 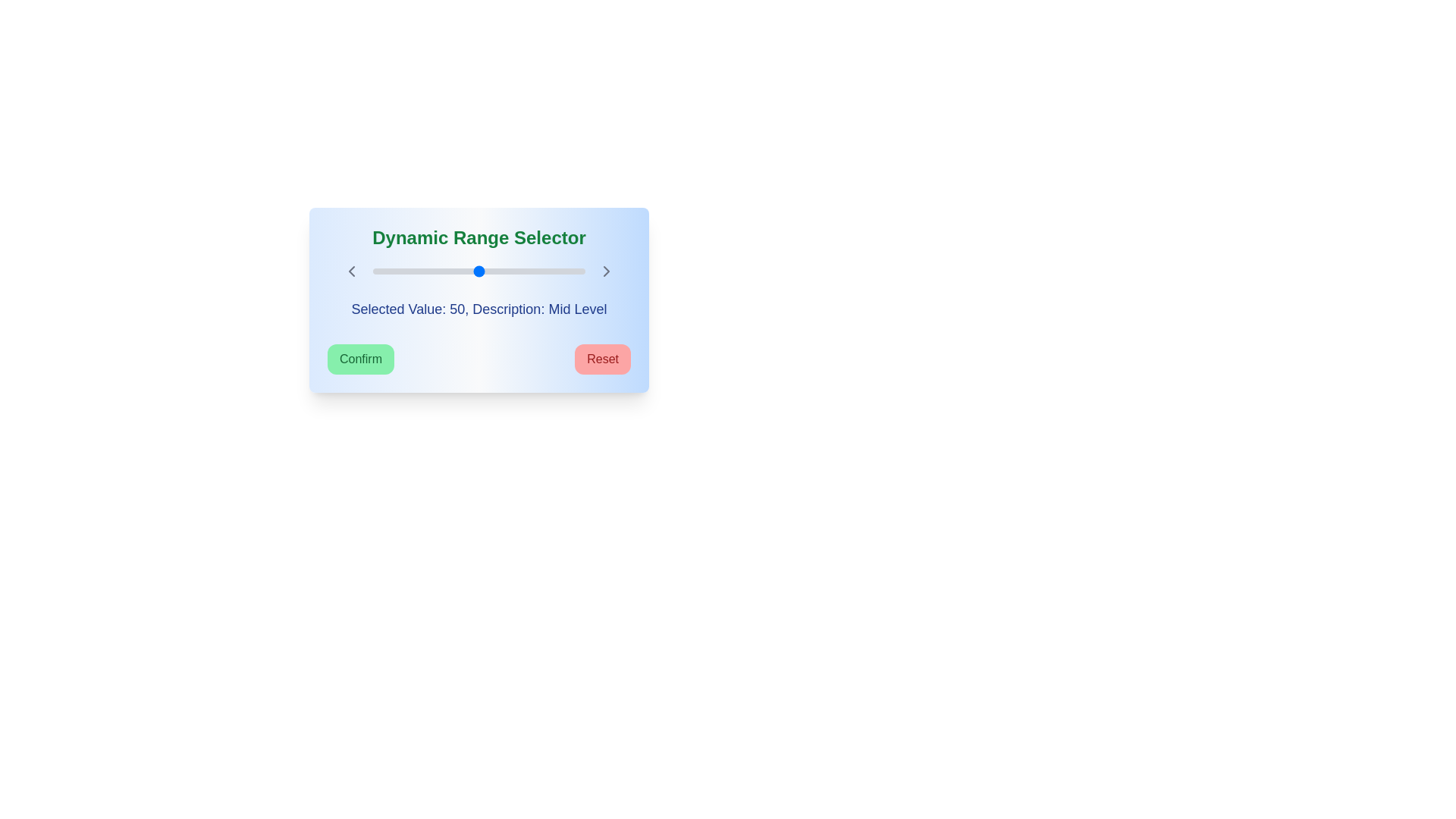 I want to click on the slider, so click(x=385, y=271).